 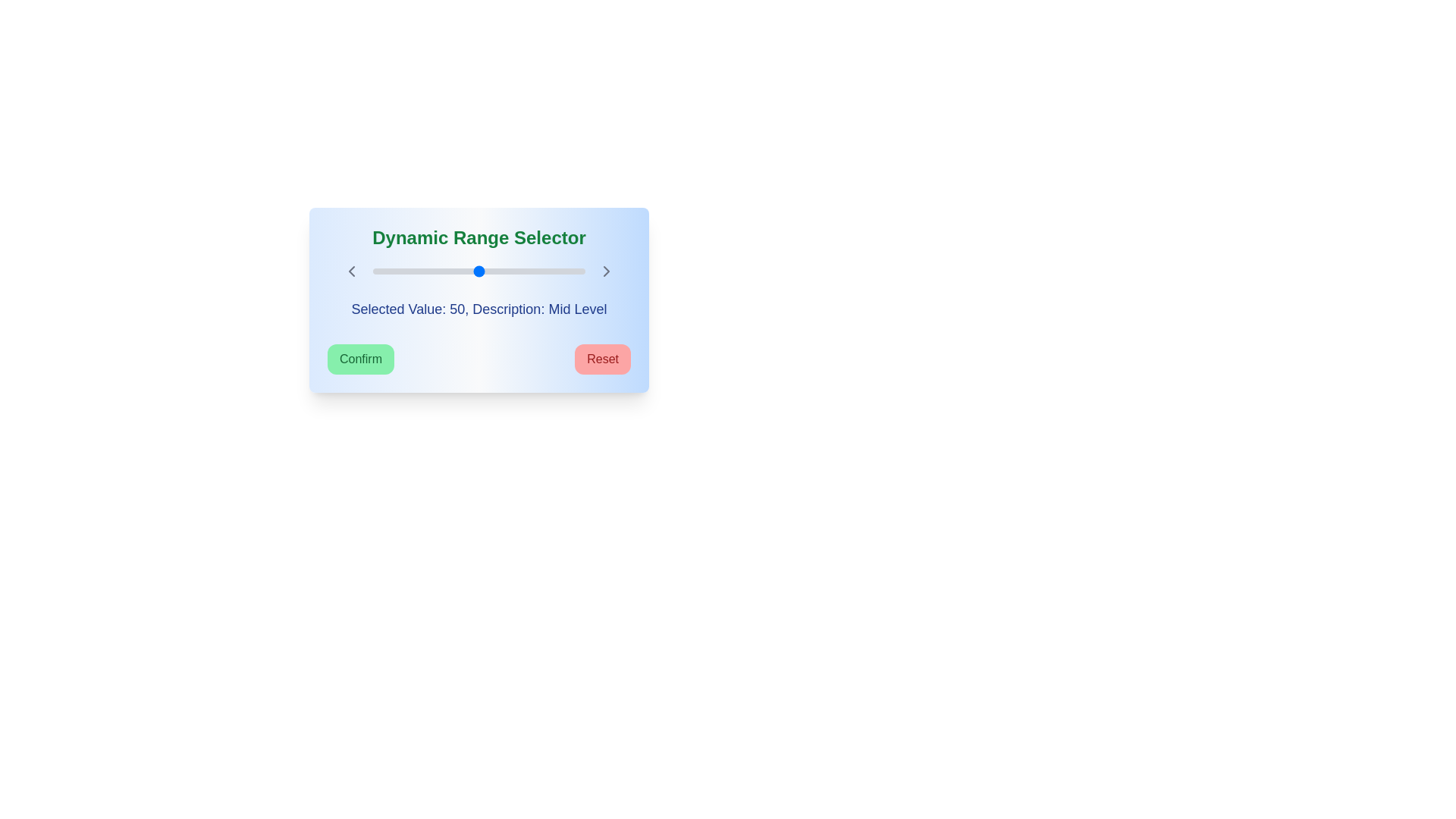 I want to click on the slider, so click(x=385, y=271).